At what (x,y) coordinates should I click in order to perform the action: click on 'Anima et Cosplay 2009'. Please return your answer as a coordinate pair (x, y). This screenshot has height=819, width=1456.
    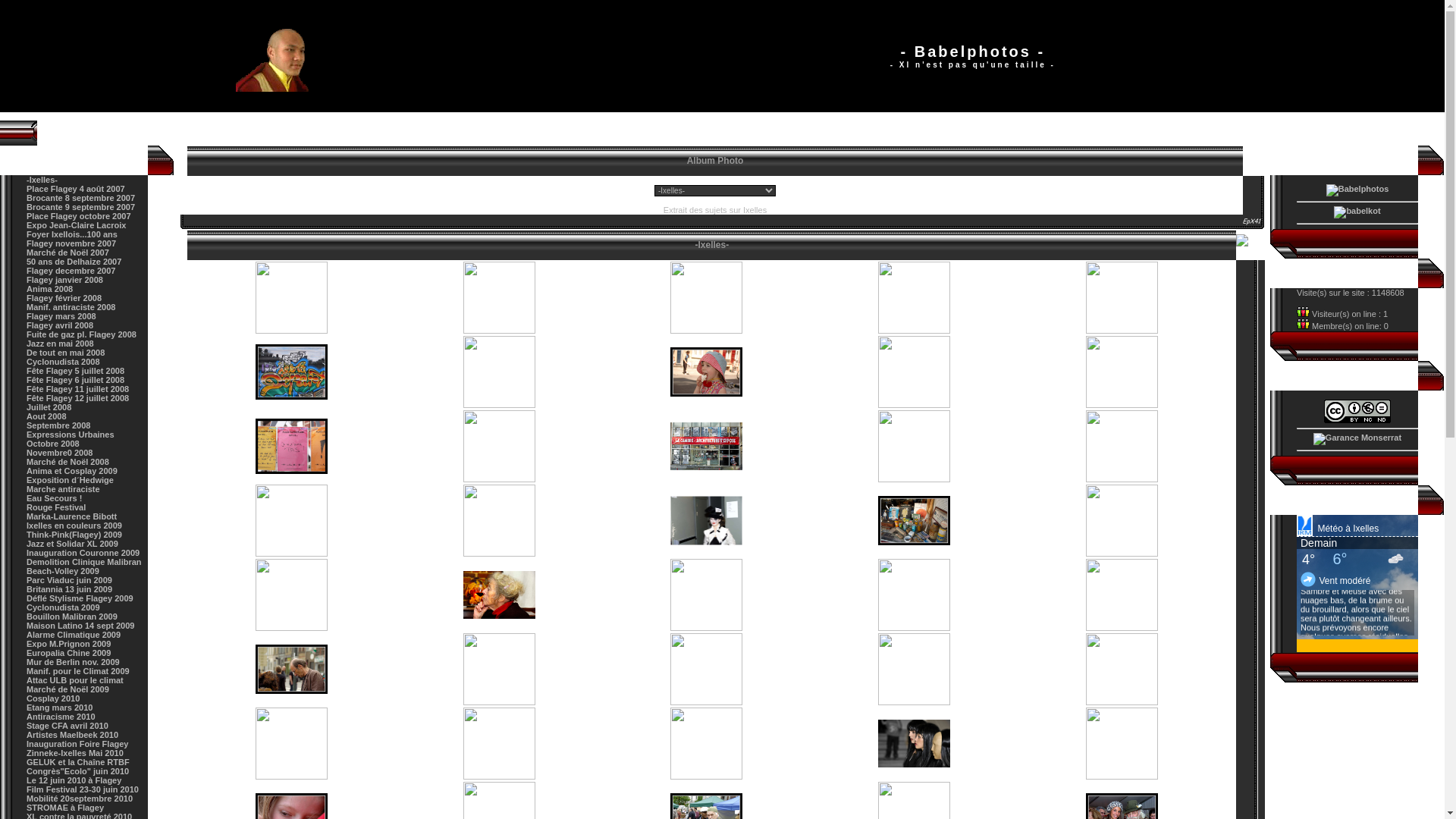
    Looking at the image, I should click on (71, 470).